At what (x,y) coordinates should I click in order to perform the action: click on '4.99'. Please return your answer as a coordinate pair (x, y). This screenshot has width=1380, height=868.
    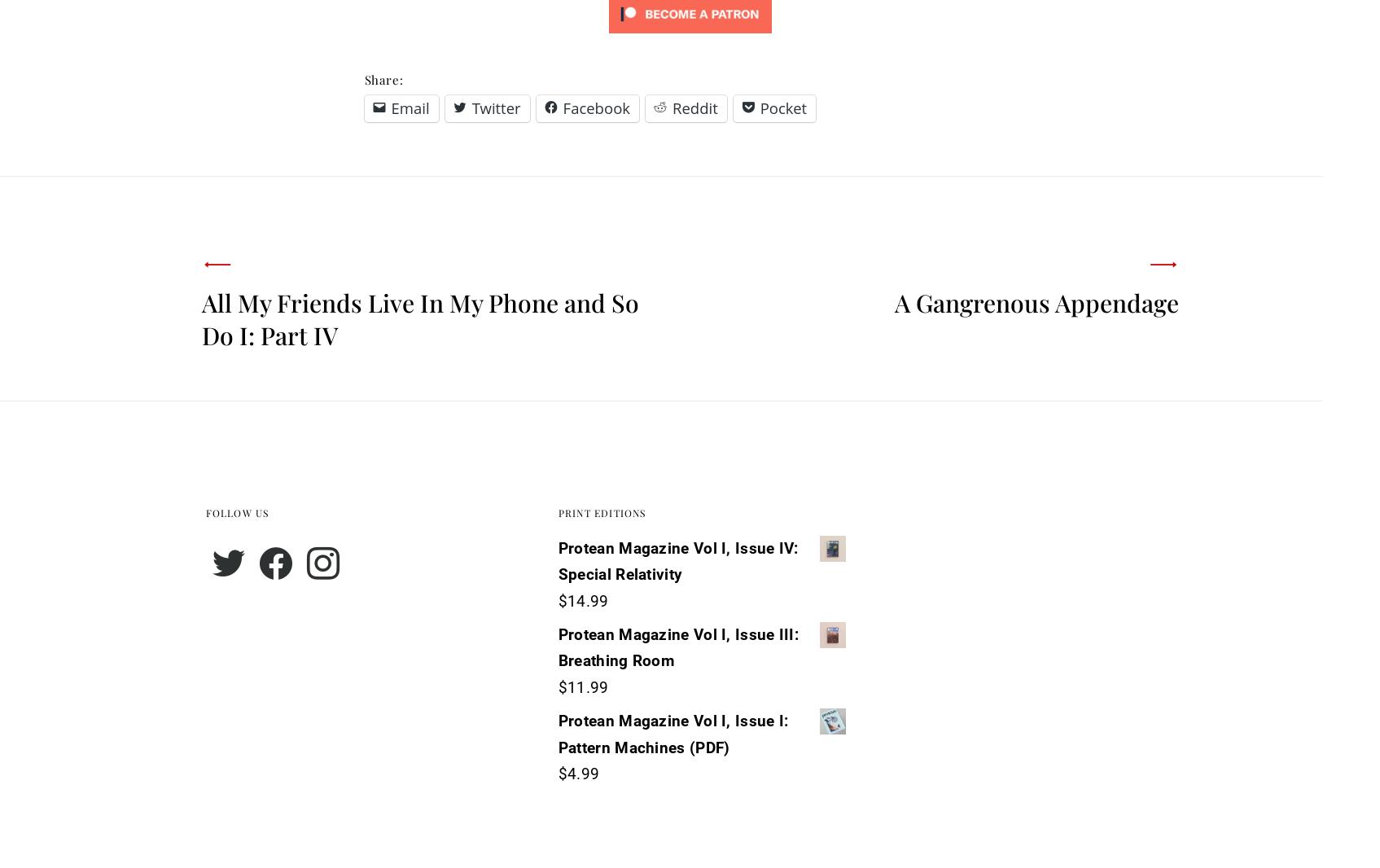
    Looking at the image, I should click on (583, 774).